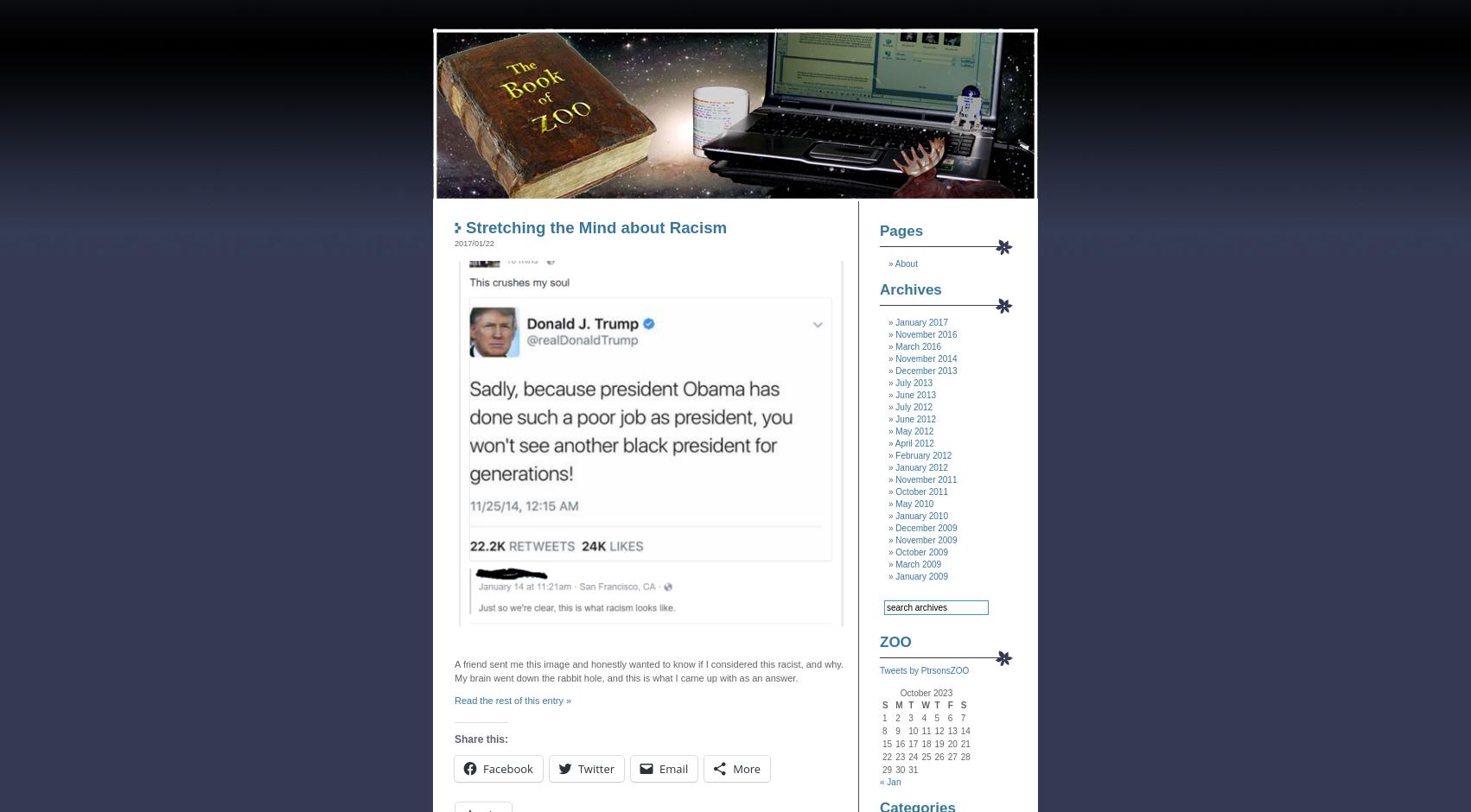 This screenshot has height=812, width=1471. I want to click on '16', so click(899, 743).